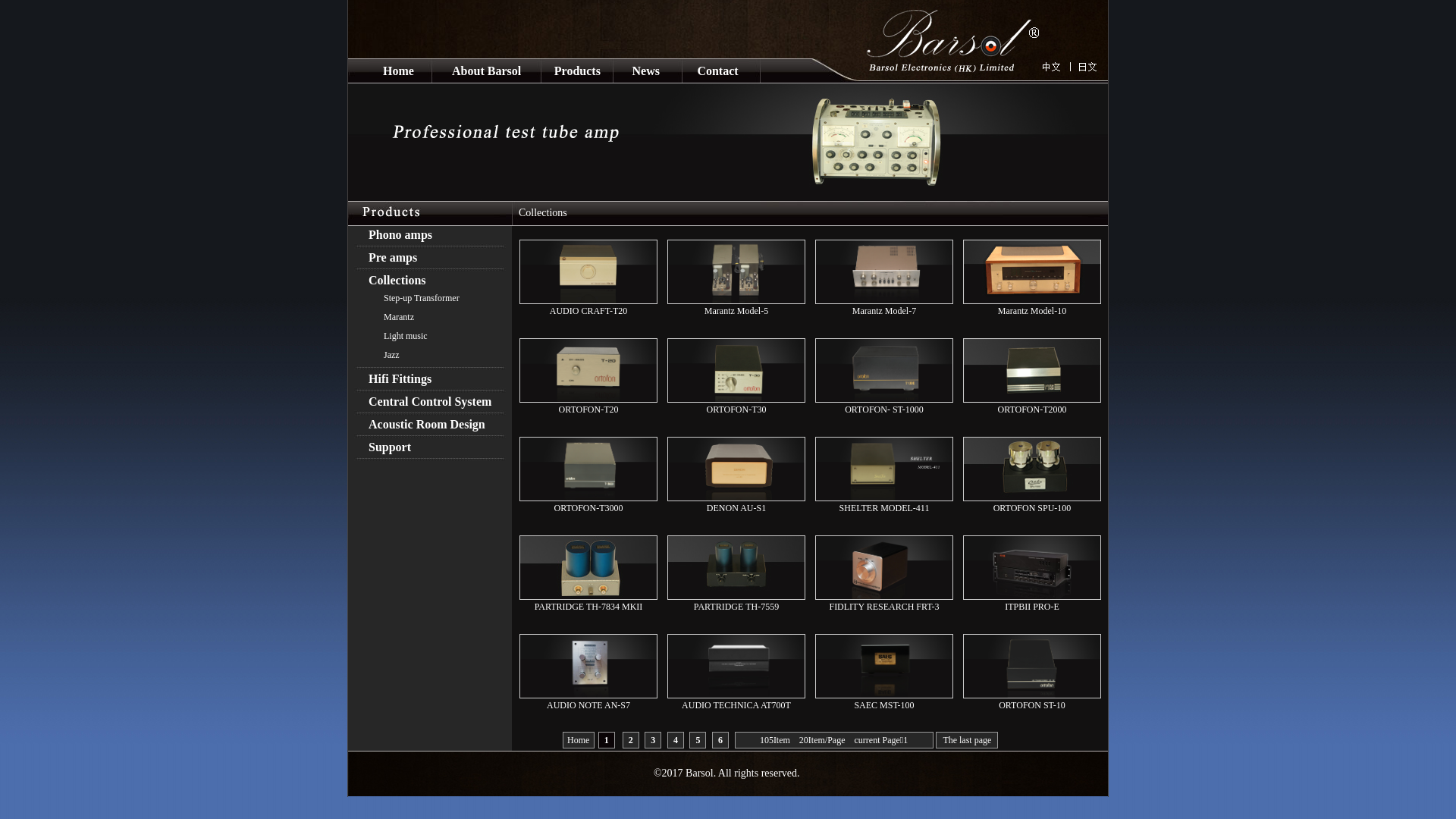 The height and width of the screenshot is (819, 1456). I want to click on 'Home', so click(577, 739).